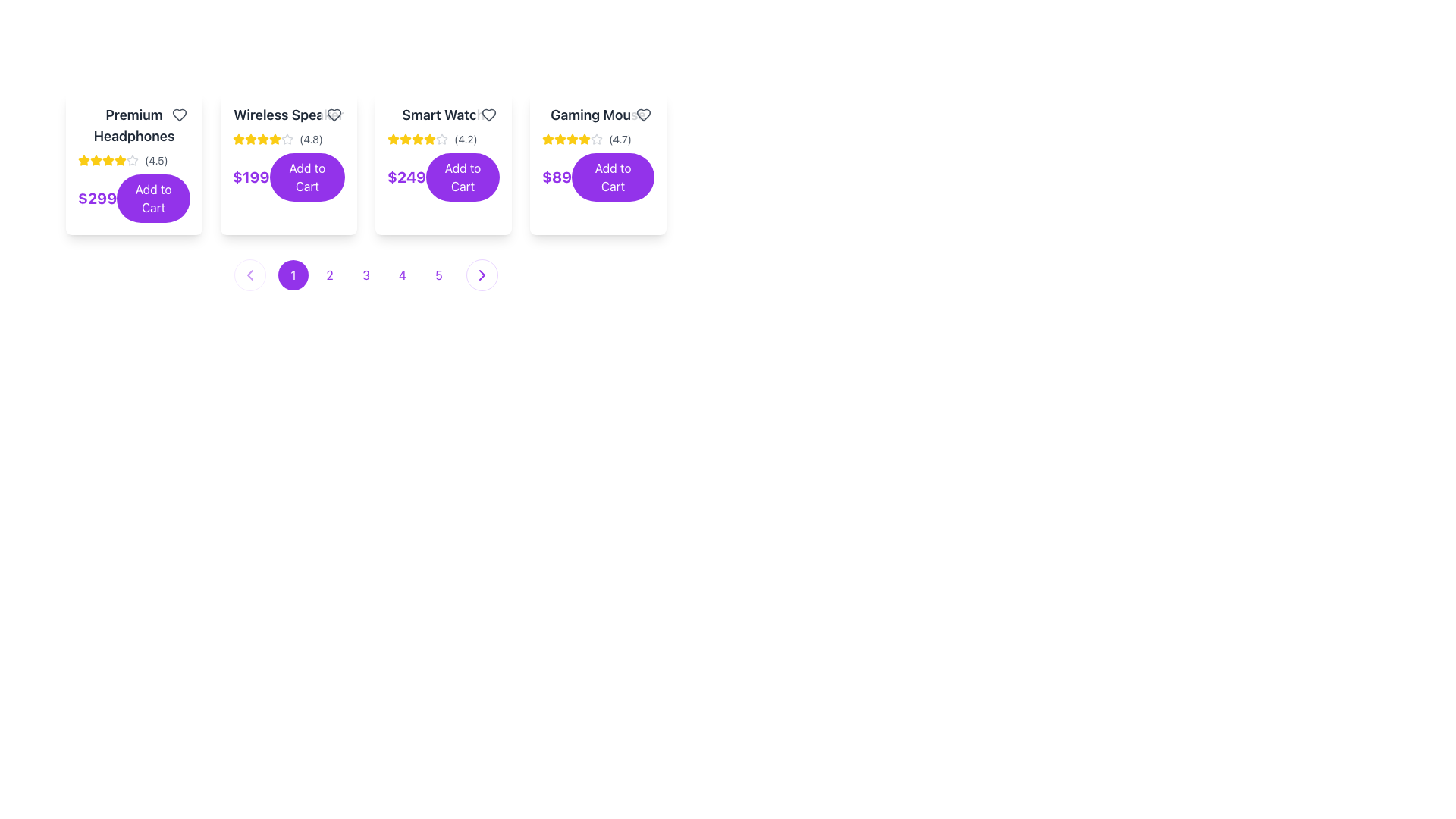  Describe the element at coordinates (488, 114) in the screenshot. I see `the heart-shaped icon located at the top-right area of the 'Smart Watch' card` at that location.